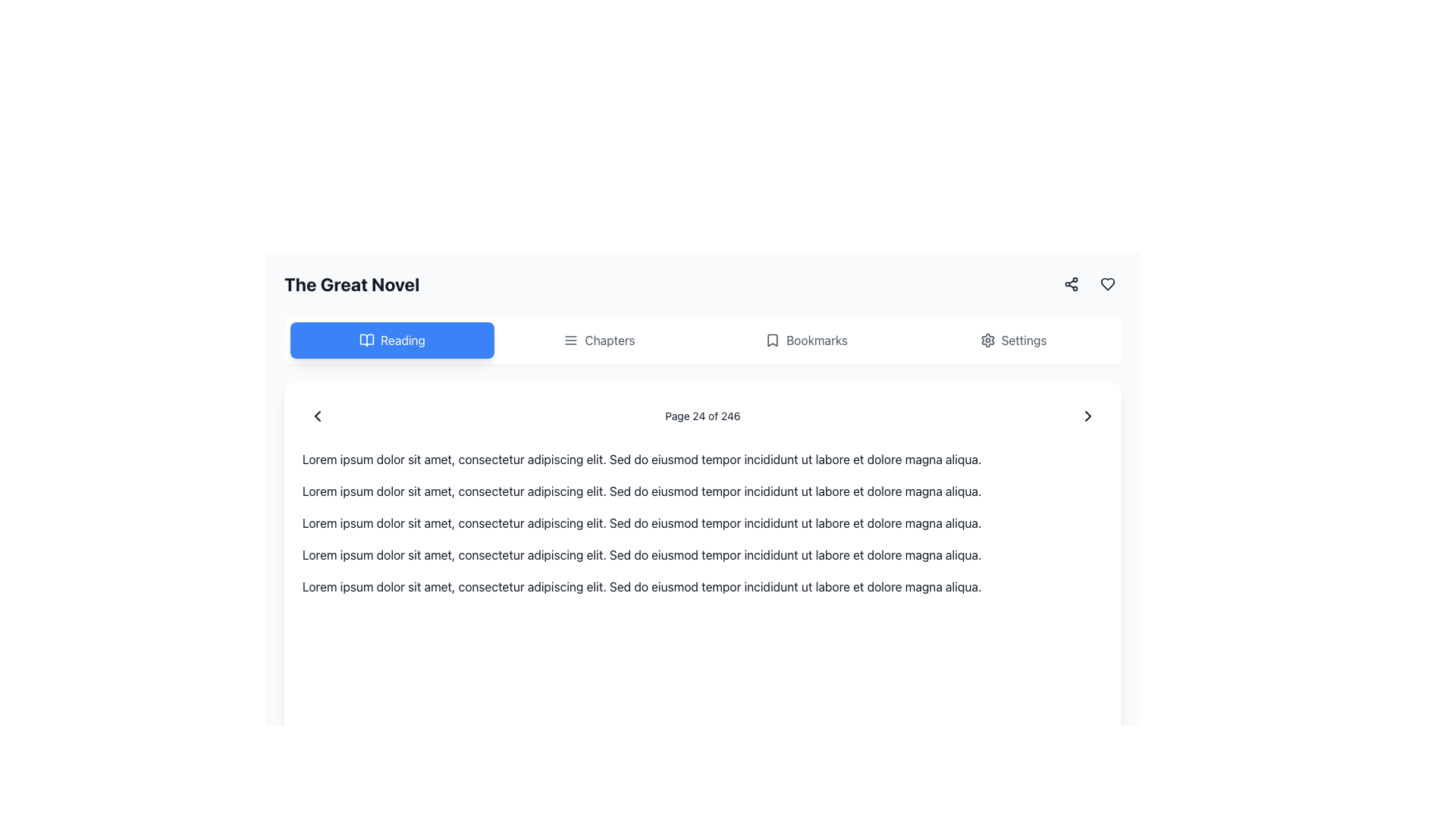 The width and height of the screenshot is (1456, 819). Describe the element at coordinates (701, 458) in the screenshot. I see `the text block that reads 'Lorem ipsum dolor sit amet, consectetur adipiscing elit. Sed do eiusmod tempor incididunt ut labore et dolore magna aliqua.' positioned below the header 'The Great Novel'` at that location.